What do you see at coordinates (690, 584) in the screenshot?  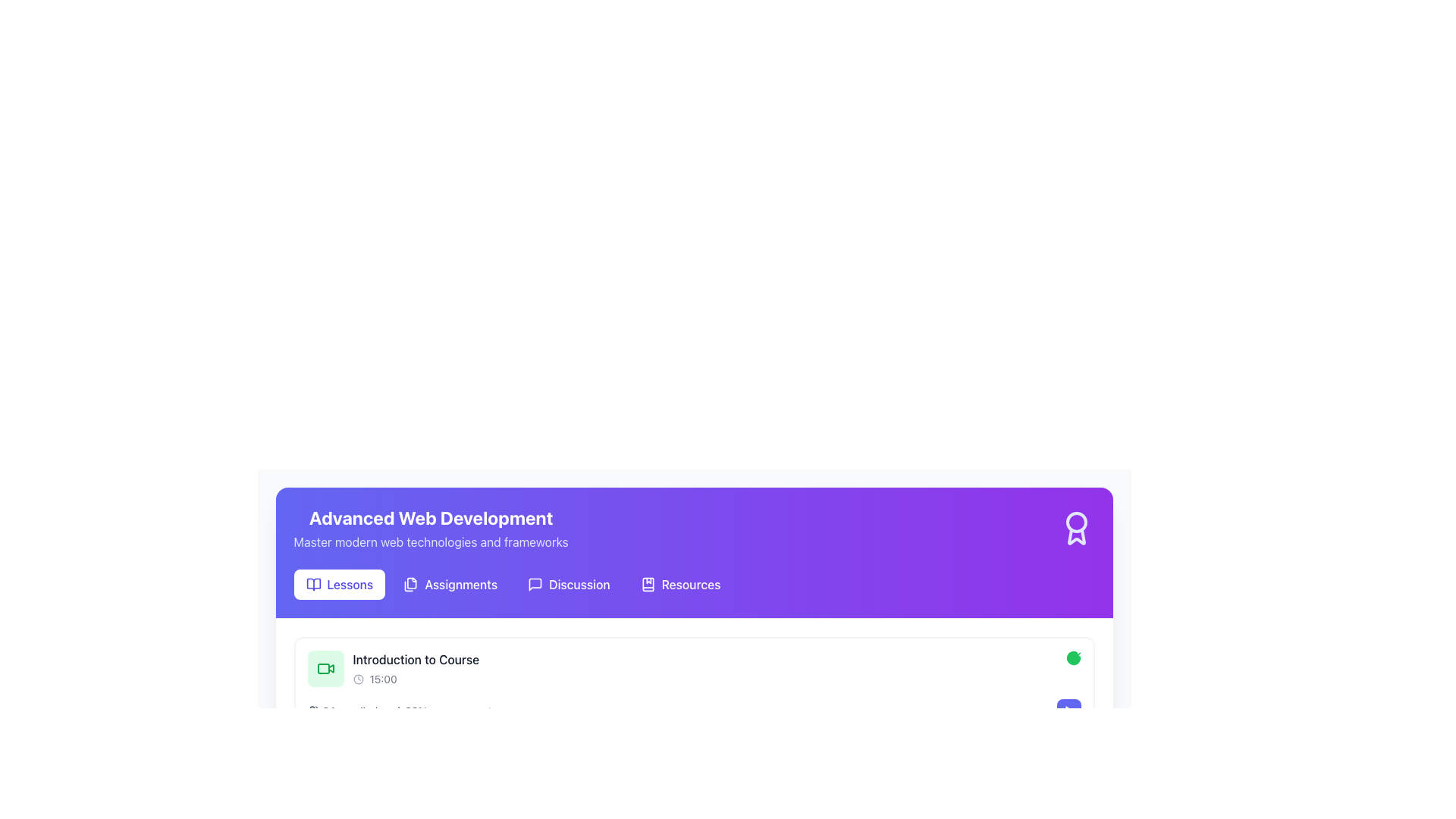 I see `the 'Resources' button, which is a textual button displayed in white font on a purple background, located on the right side of the navigation bar` at bounding box center [690, 584].